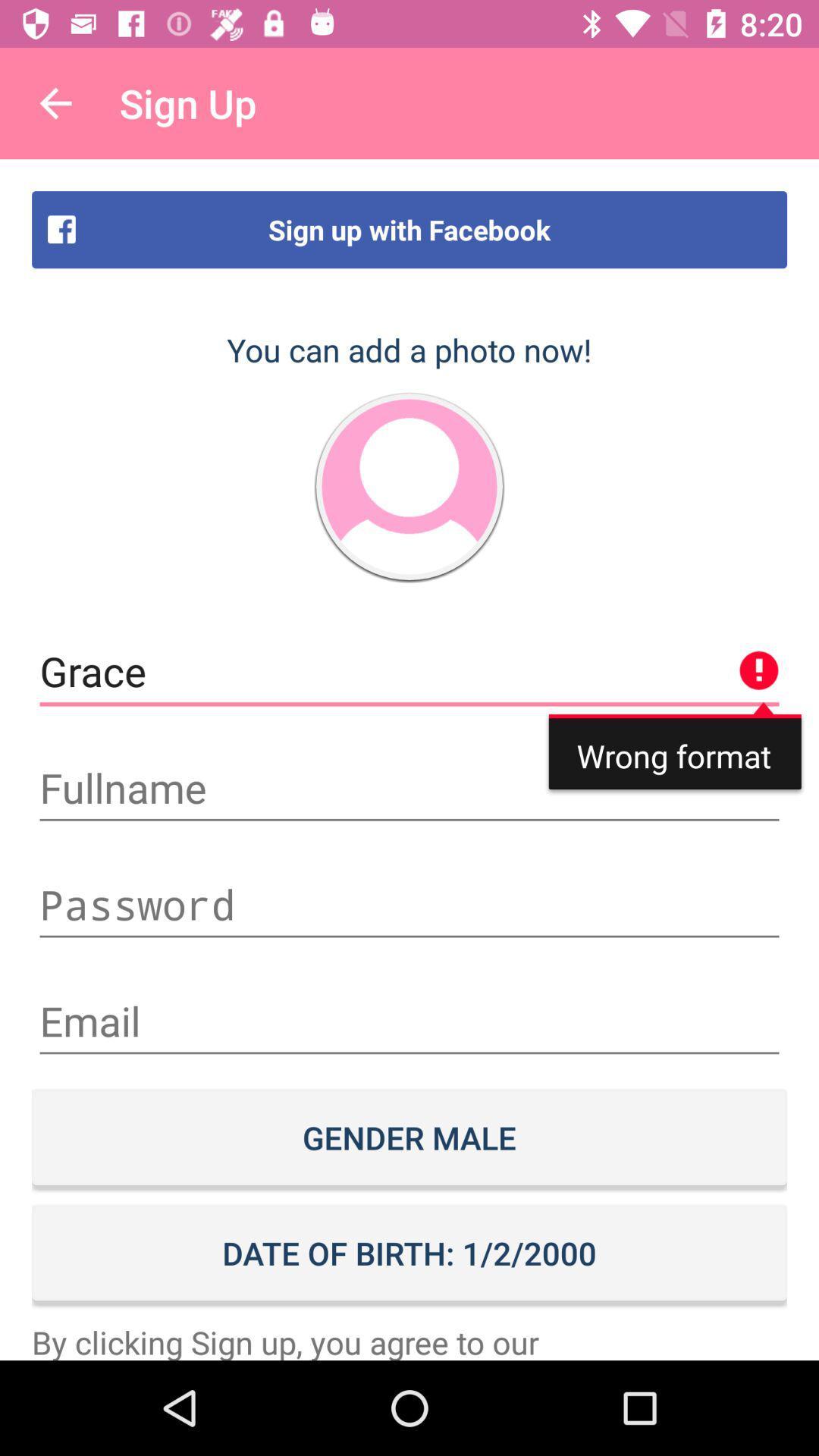  I want to click on email, so click(409, 1021).